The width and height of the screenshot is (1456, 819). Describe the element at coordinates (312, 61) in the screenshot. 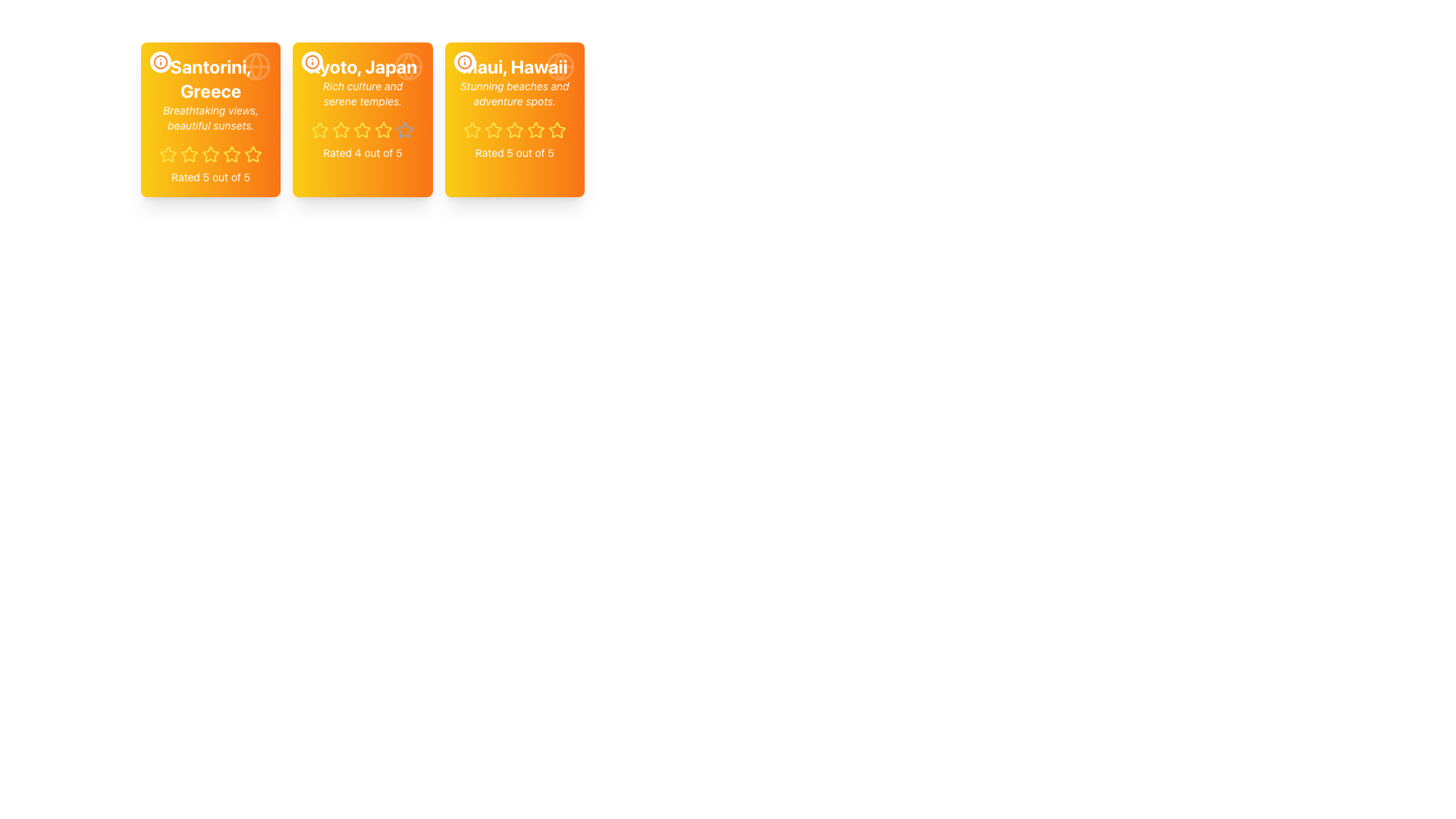

I see `the information icon located at the top-left corner of the card labeled 'Kyoto, Japan'` at that location.